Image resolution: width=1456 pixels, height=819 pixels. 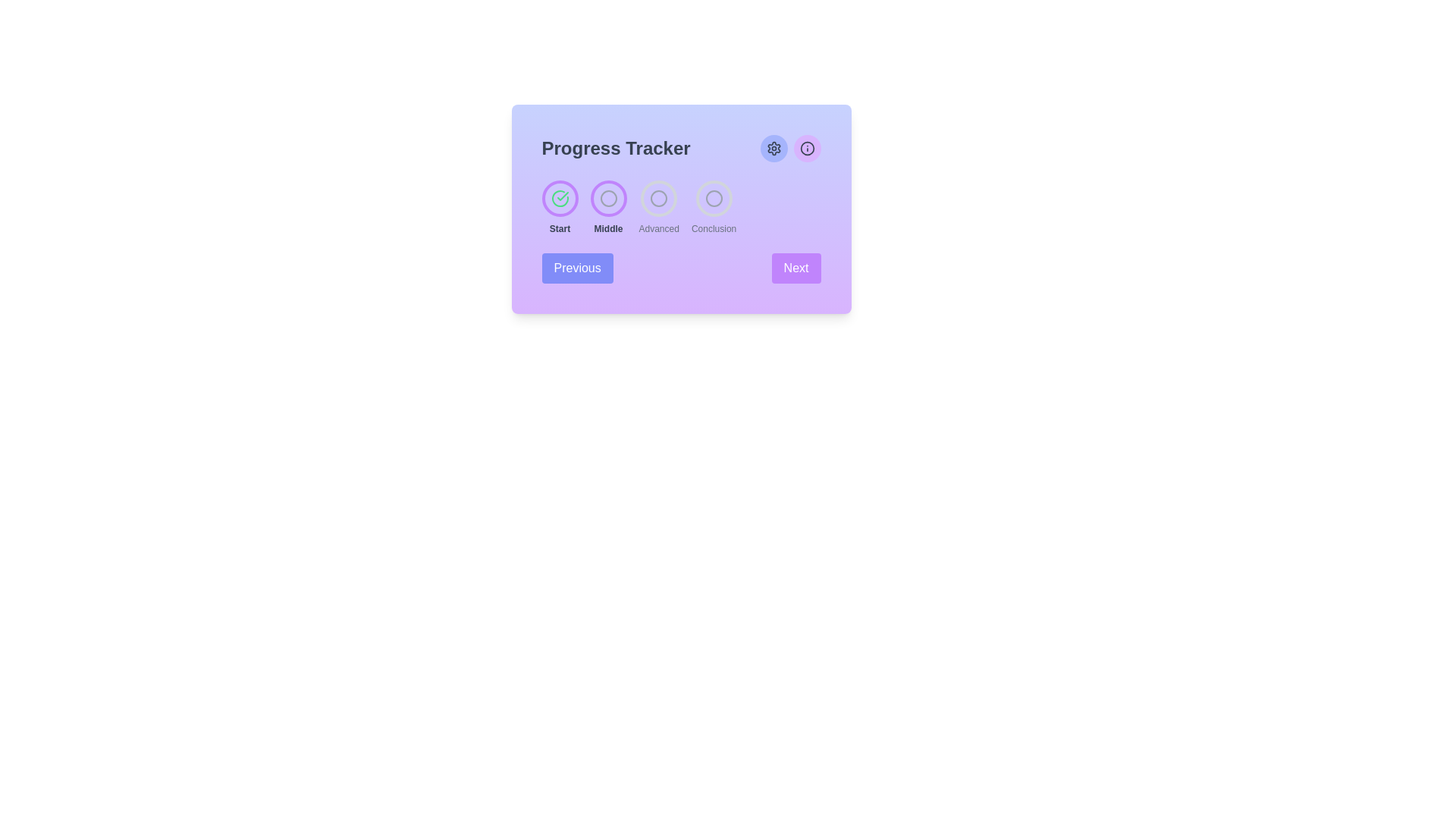 I want to click on the circular visual indicator that represents the 'Middle' step in the progress tracker component, so click(x=608, y=198).